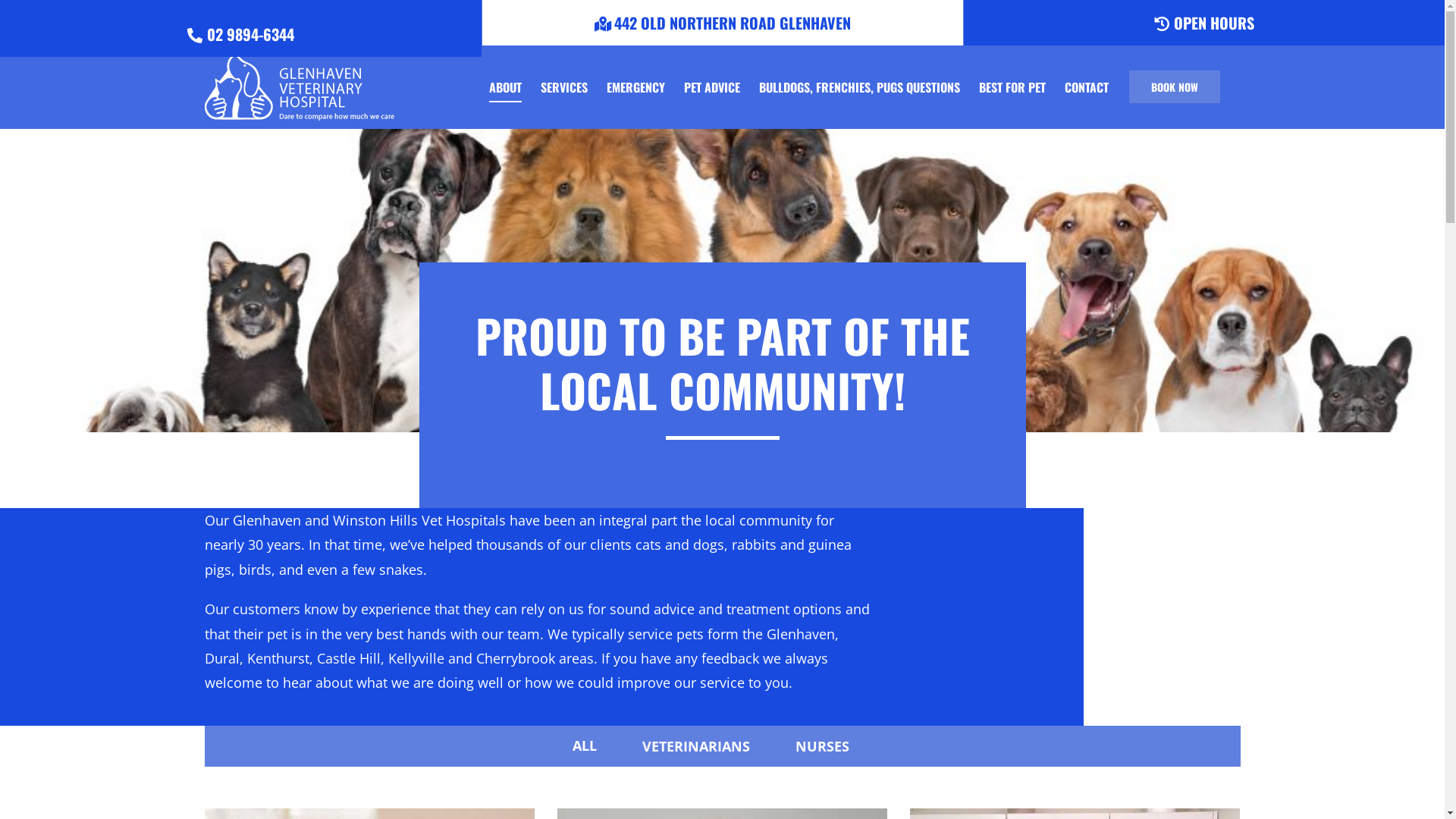 This screenshot has height=819, width=1456. Describe the element at coordinates (1012, 86) in the screenshot. I see `'BEST FOR PET'` at that location.